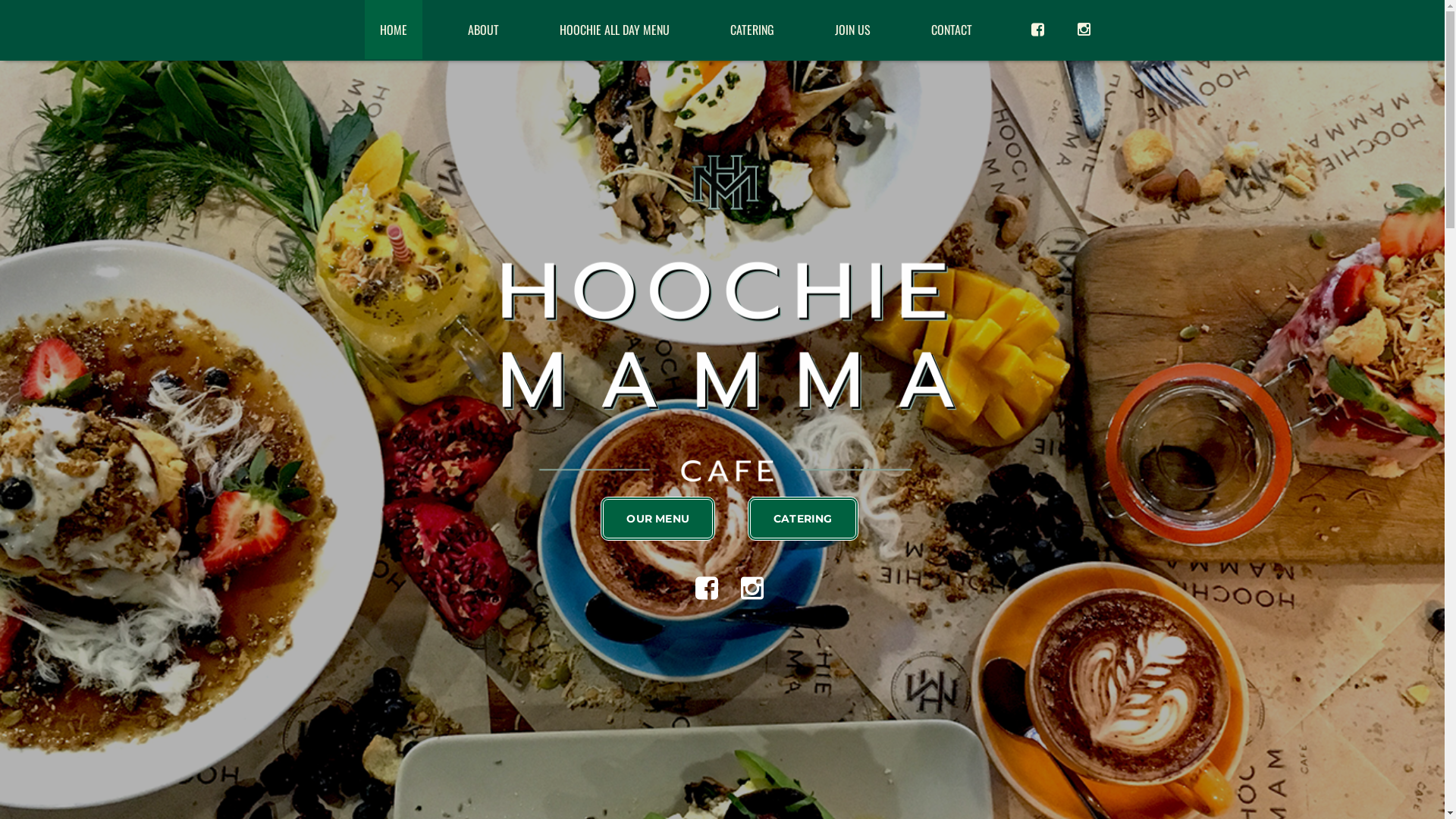 This screenshot has width=1456, height=819. I want to click on 'HOME', so click(393, 29).